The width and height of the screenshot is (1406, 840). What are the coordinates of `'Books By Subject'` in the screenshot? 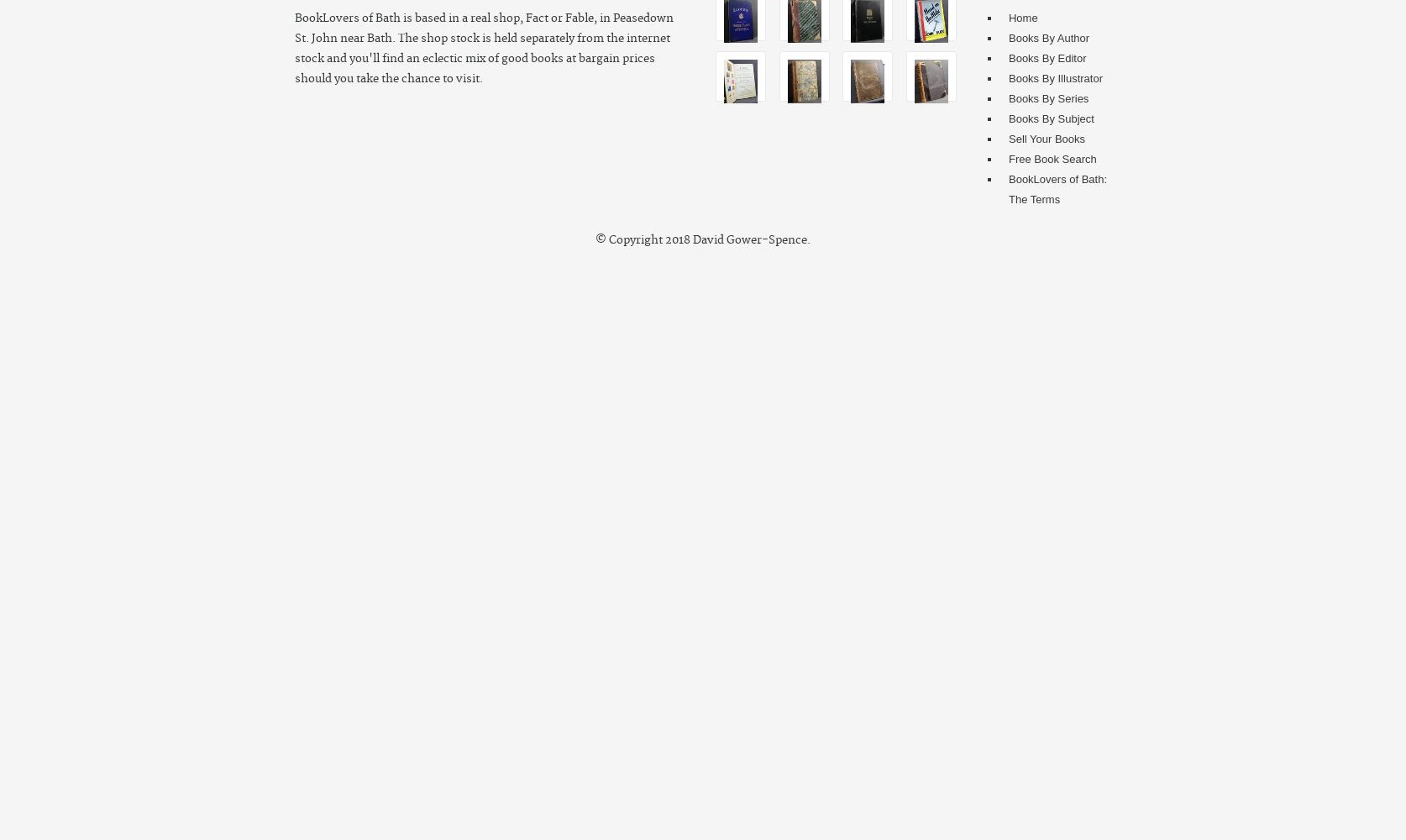 It's located at (1050, 118).